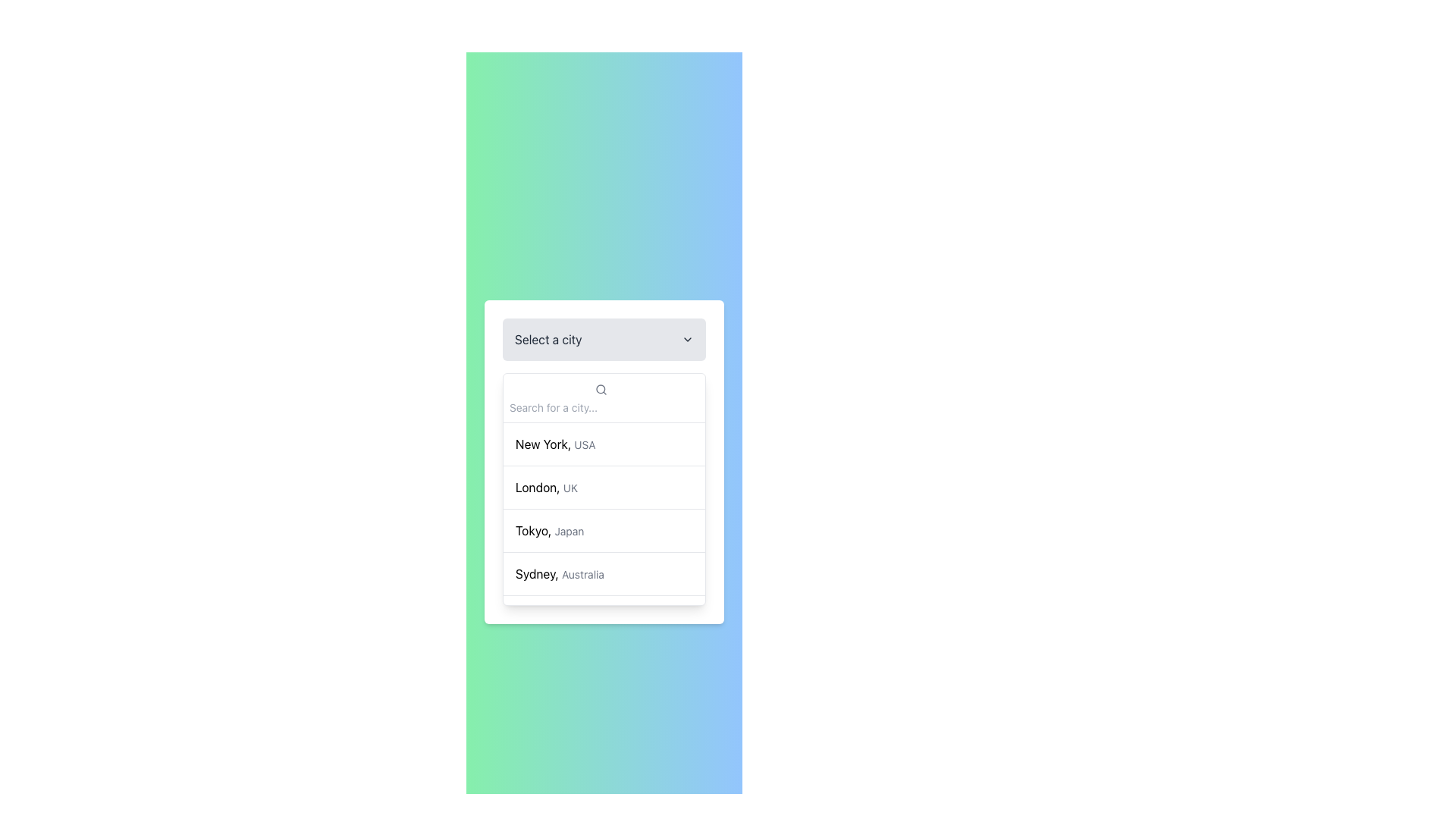 This screenshot has width=1456, height=819. Describe the element at coordinates (687, 338) in the screenshot. I see `the dropdown toggle icon located to the right of the 'Select a city' text` at that location.